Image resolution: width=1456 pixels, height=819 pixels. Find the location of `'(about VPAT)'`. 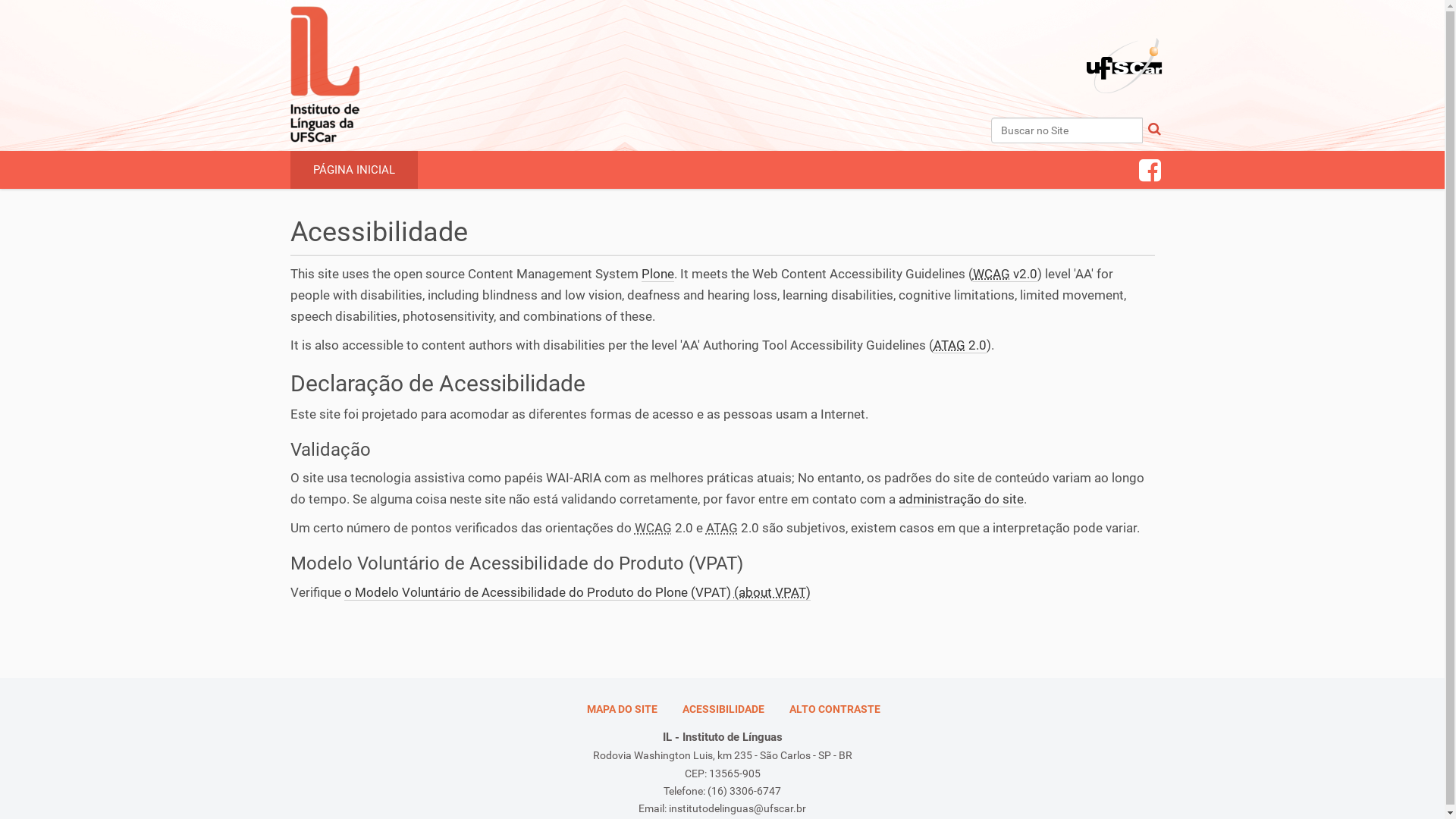

'(about VPAT)' is located at coordinates (772, 591).